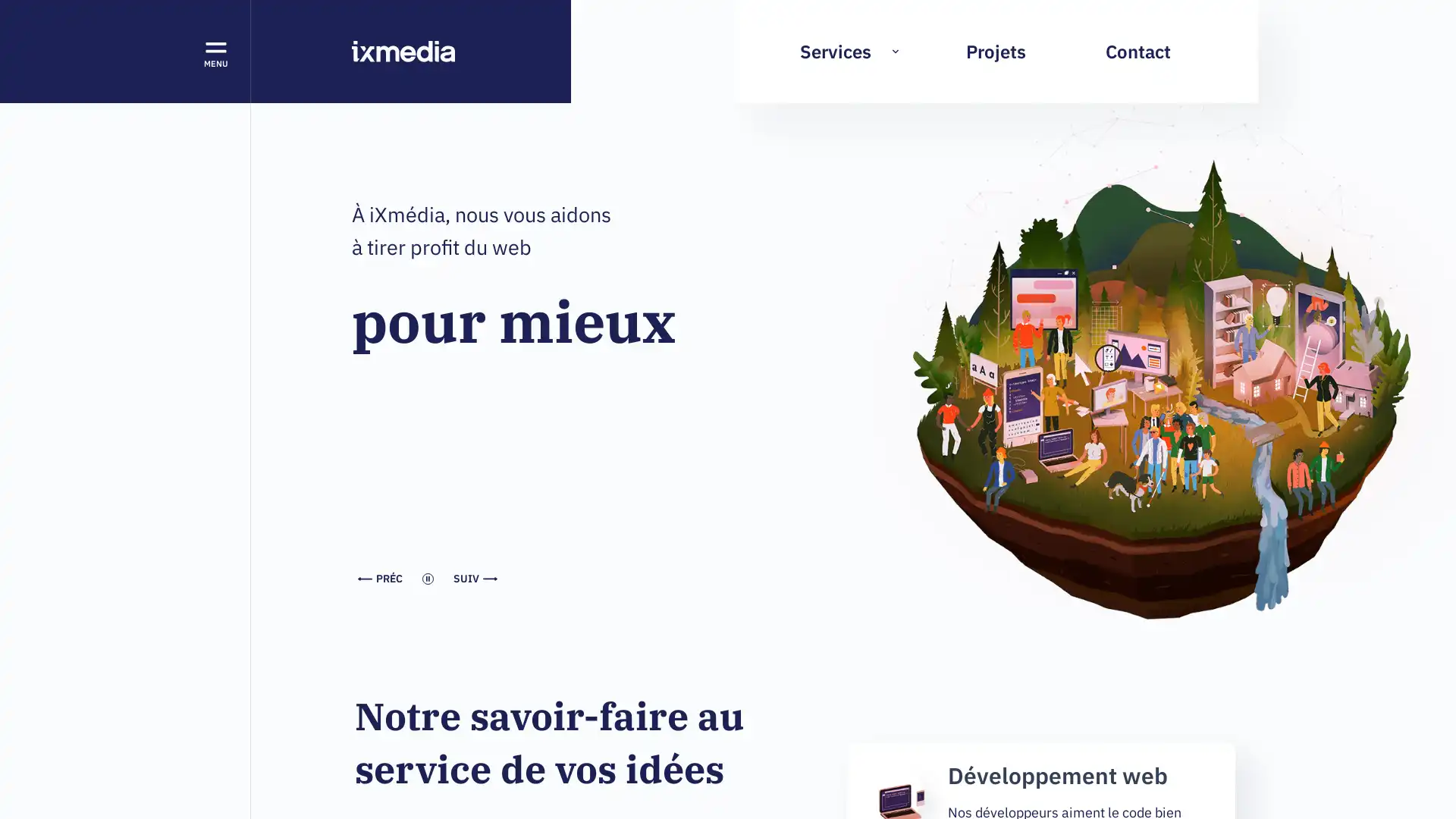 The image size is (1456, 819). Describe the element at coordinates (427, 579) in the screenshot. I see `METTRE EN PAUSE` at that location.